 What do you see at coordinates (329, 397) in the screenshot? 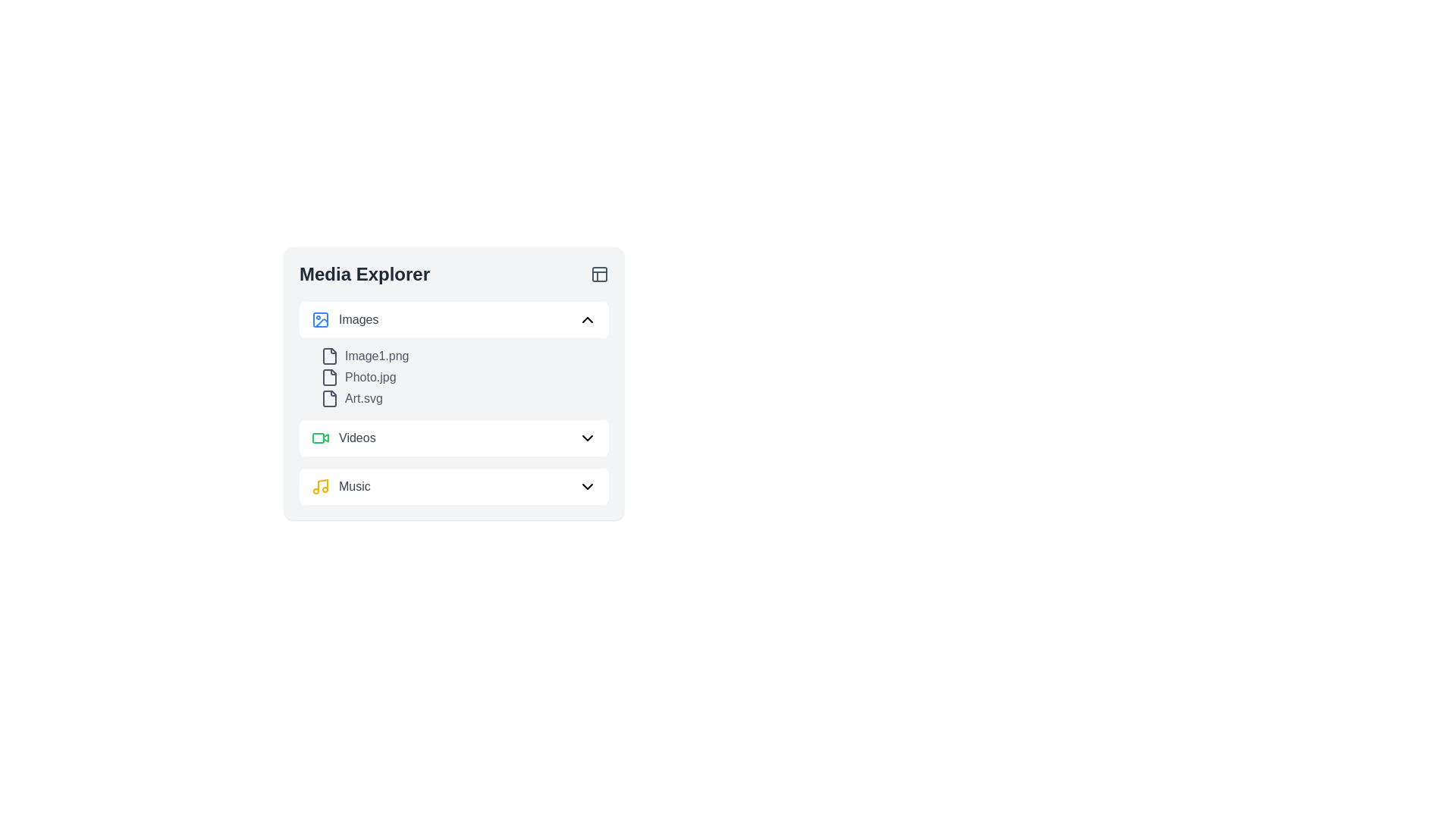
I see `the document icon representing 'Art.svg' in the 'Media Explorer' interface, which is the first element in the group` at bounding box center [329, 397].